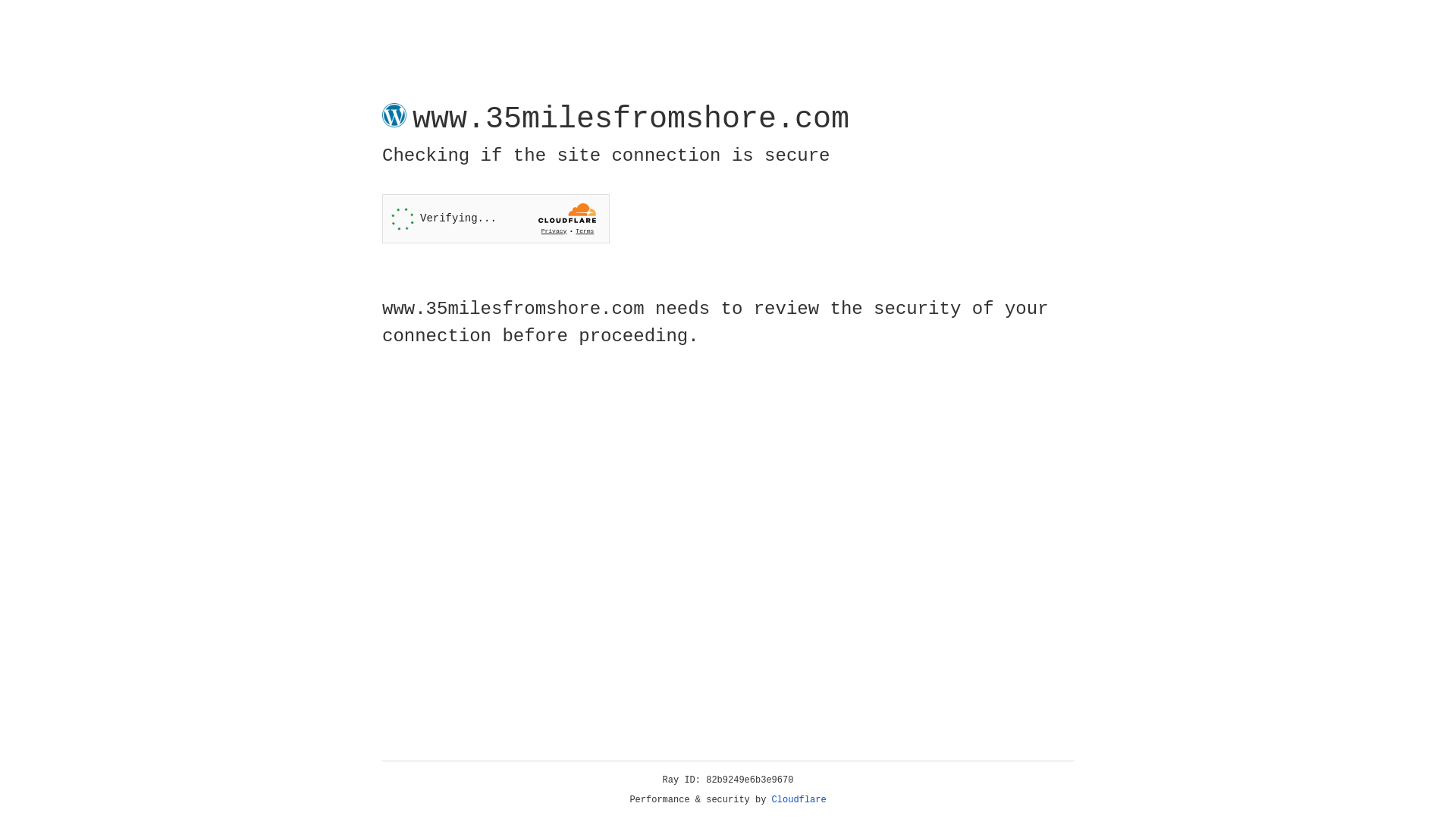 Image resolution: width=1456 pixels, height=819 pixels. Describe the element at coordinates (799, 799) in the screenshot. I see `'Cloudflare'` at that location.